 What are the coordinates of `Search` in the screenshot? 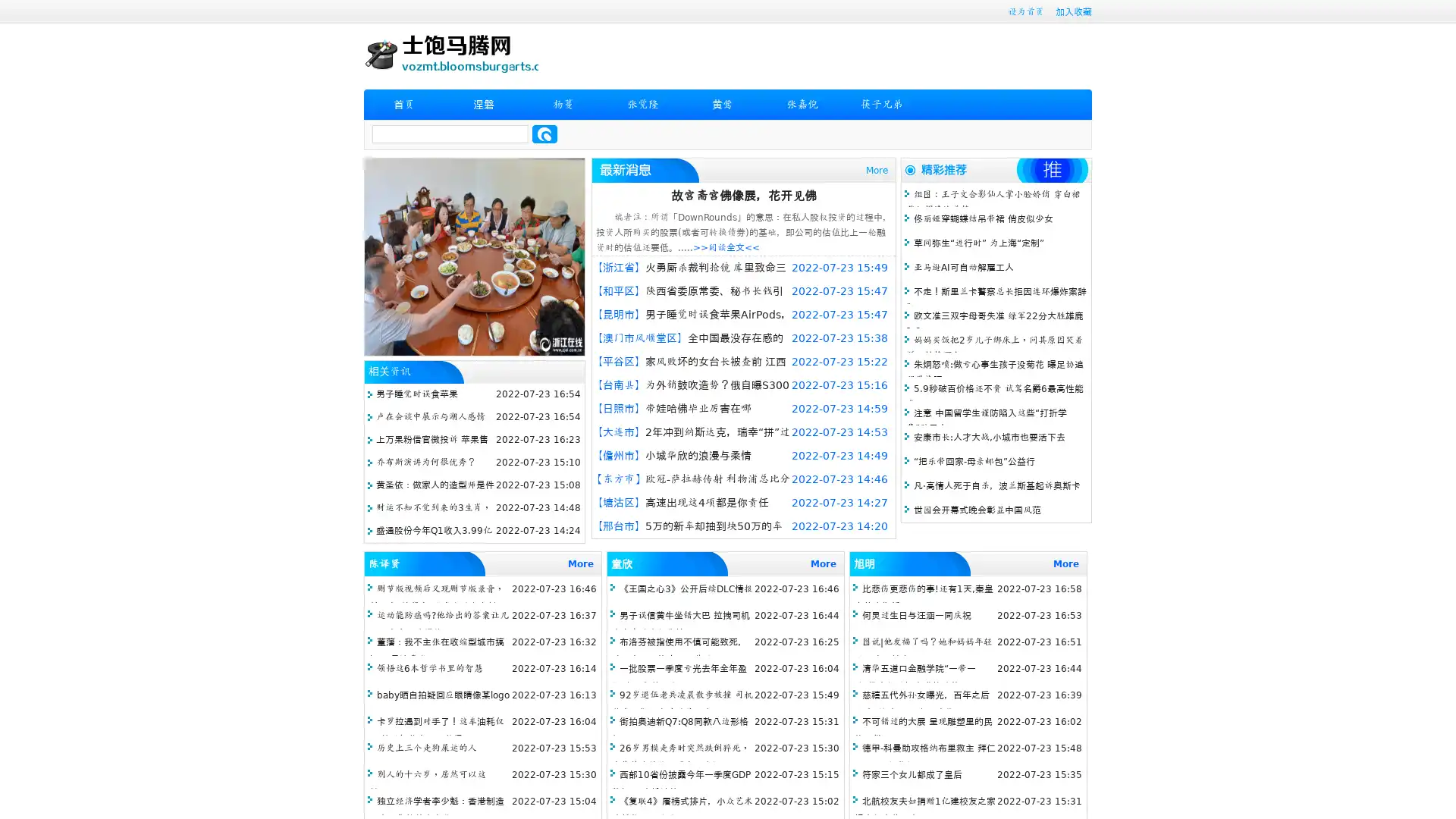 It's located at (544, 133).